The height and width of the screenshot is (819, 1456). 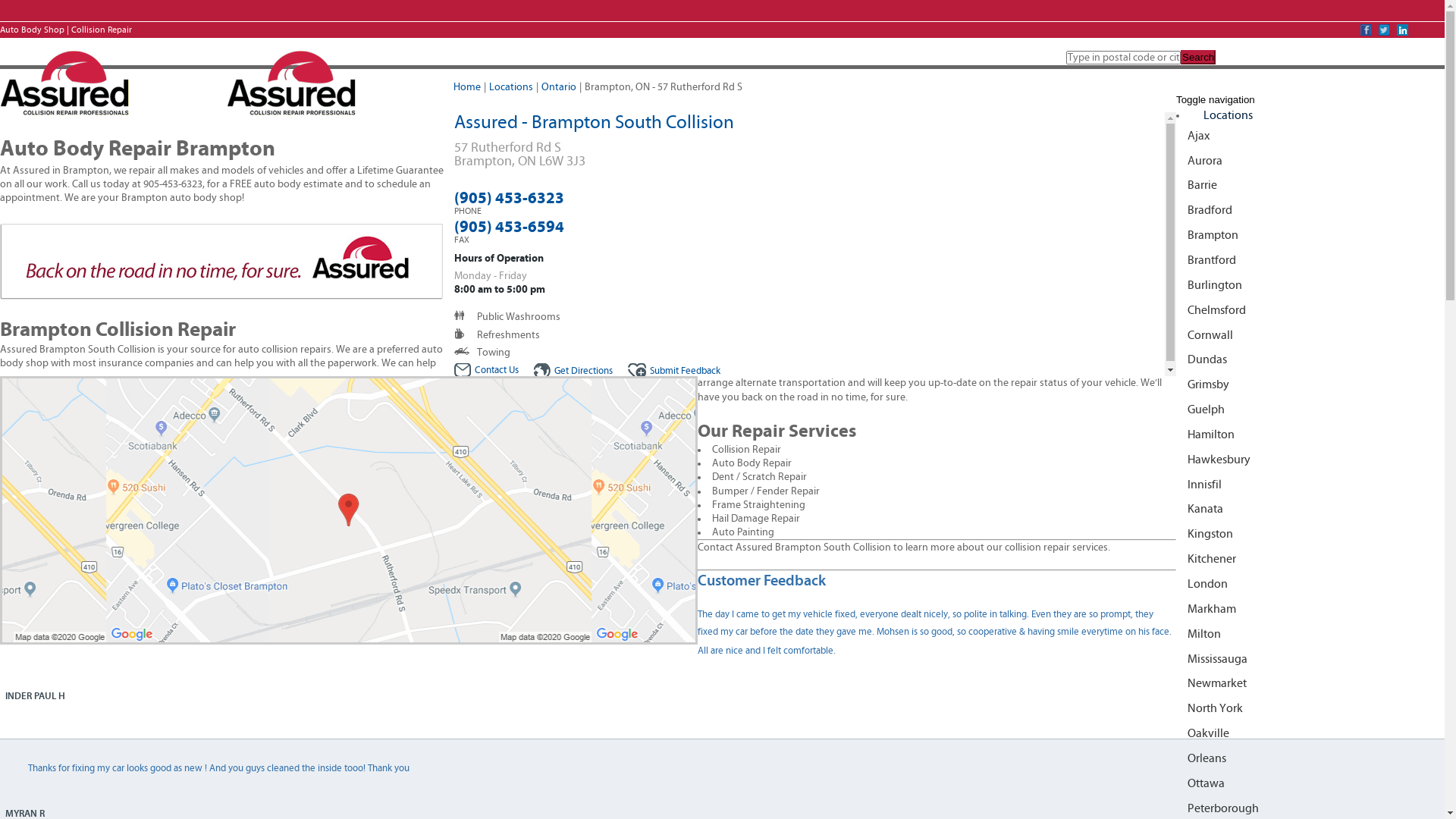 What do you see at coordinates (1197, 56) in the screenshot?
I see `'Search'` at bounding box center [1197, 56].